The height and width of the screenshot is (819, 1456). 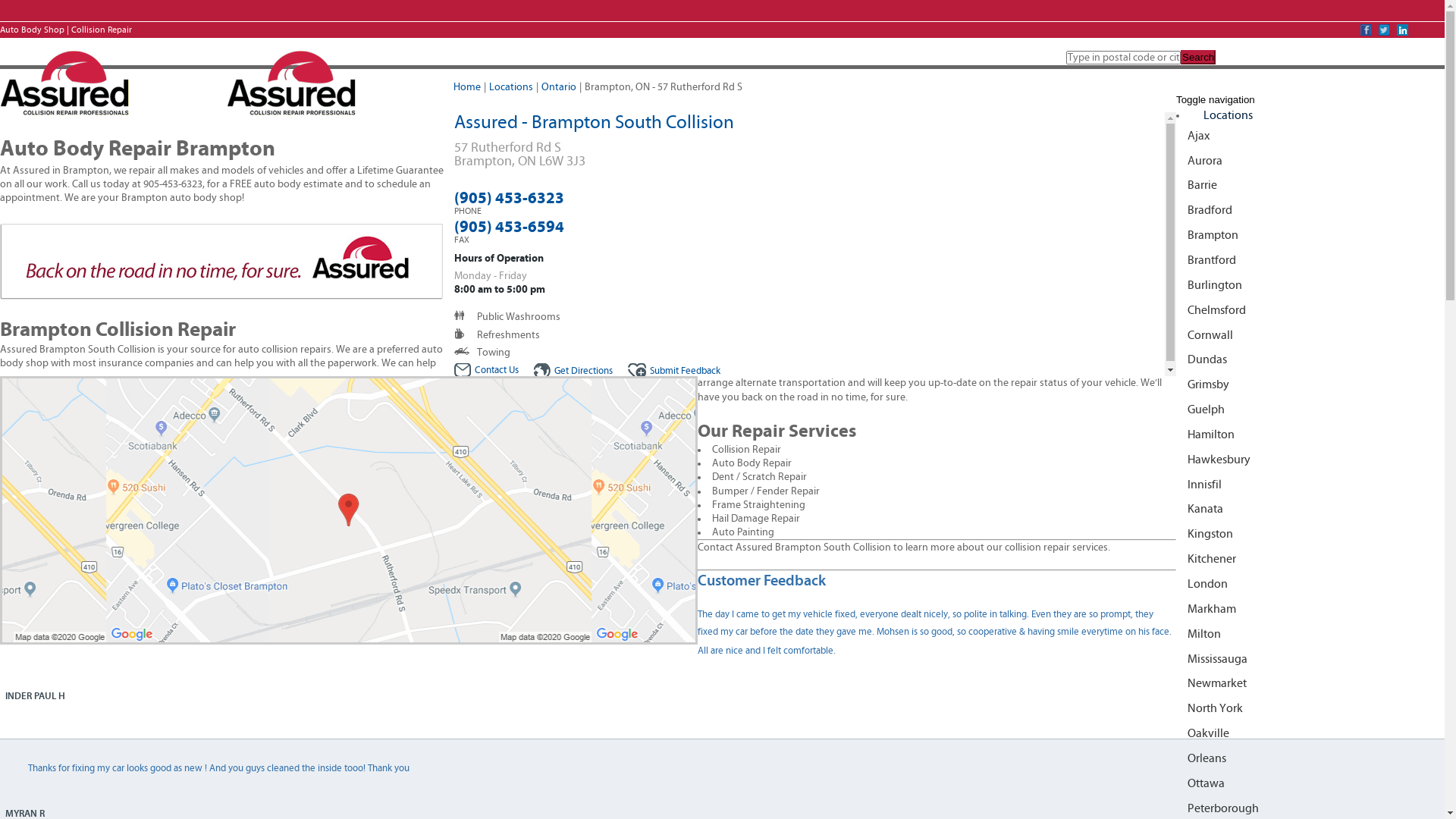 What do you see at coordinates (1197, 56) in the screenshot?
I see `'Search'` at bounding box center [1197, 56].